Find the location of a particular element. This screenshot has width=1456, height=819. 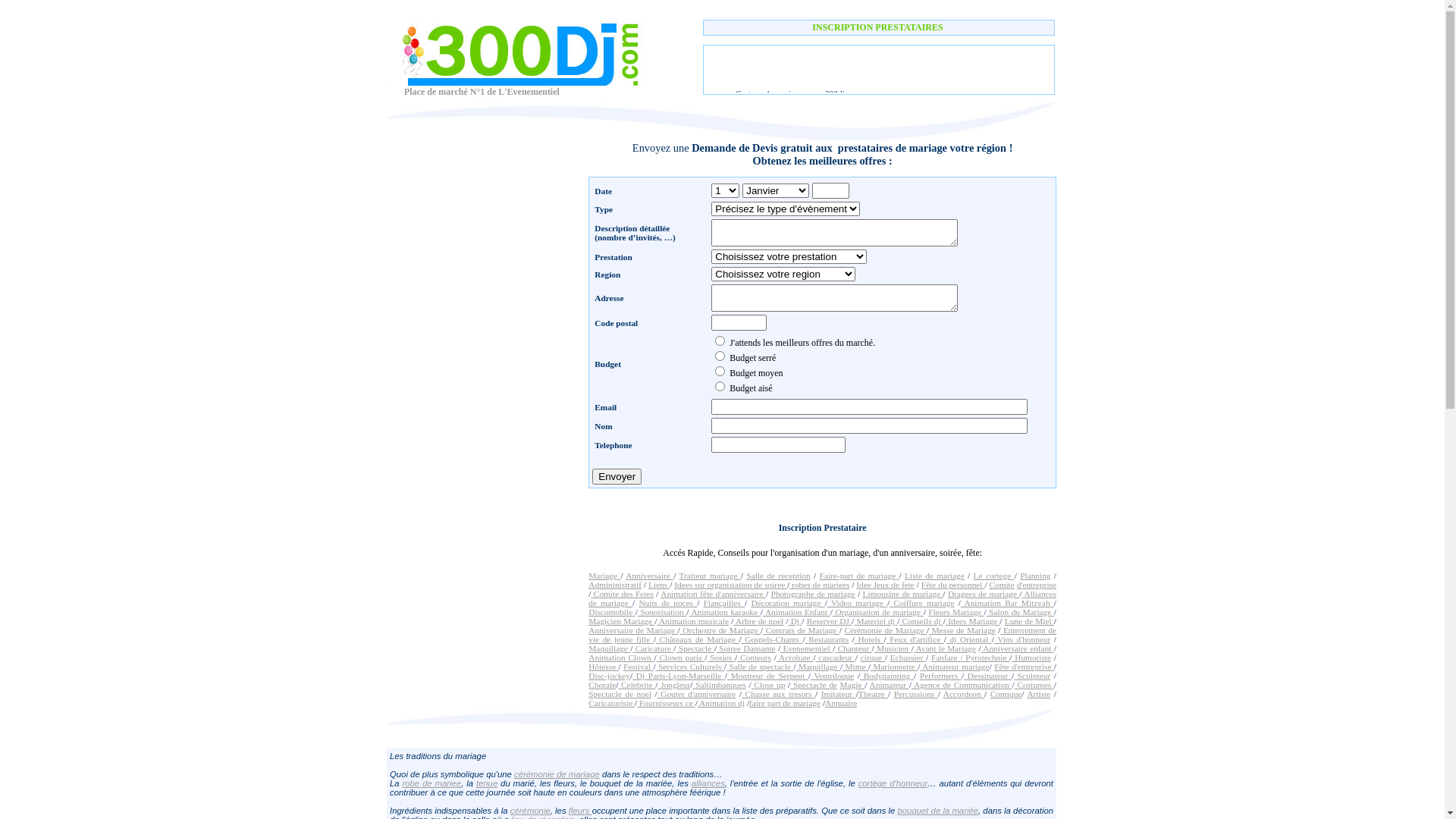

'cascadeur' is located at coordinates (814, 657).